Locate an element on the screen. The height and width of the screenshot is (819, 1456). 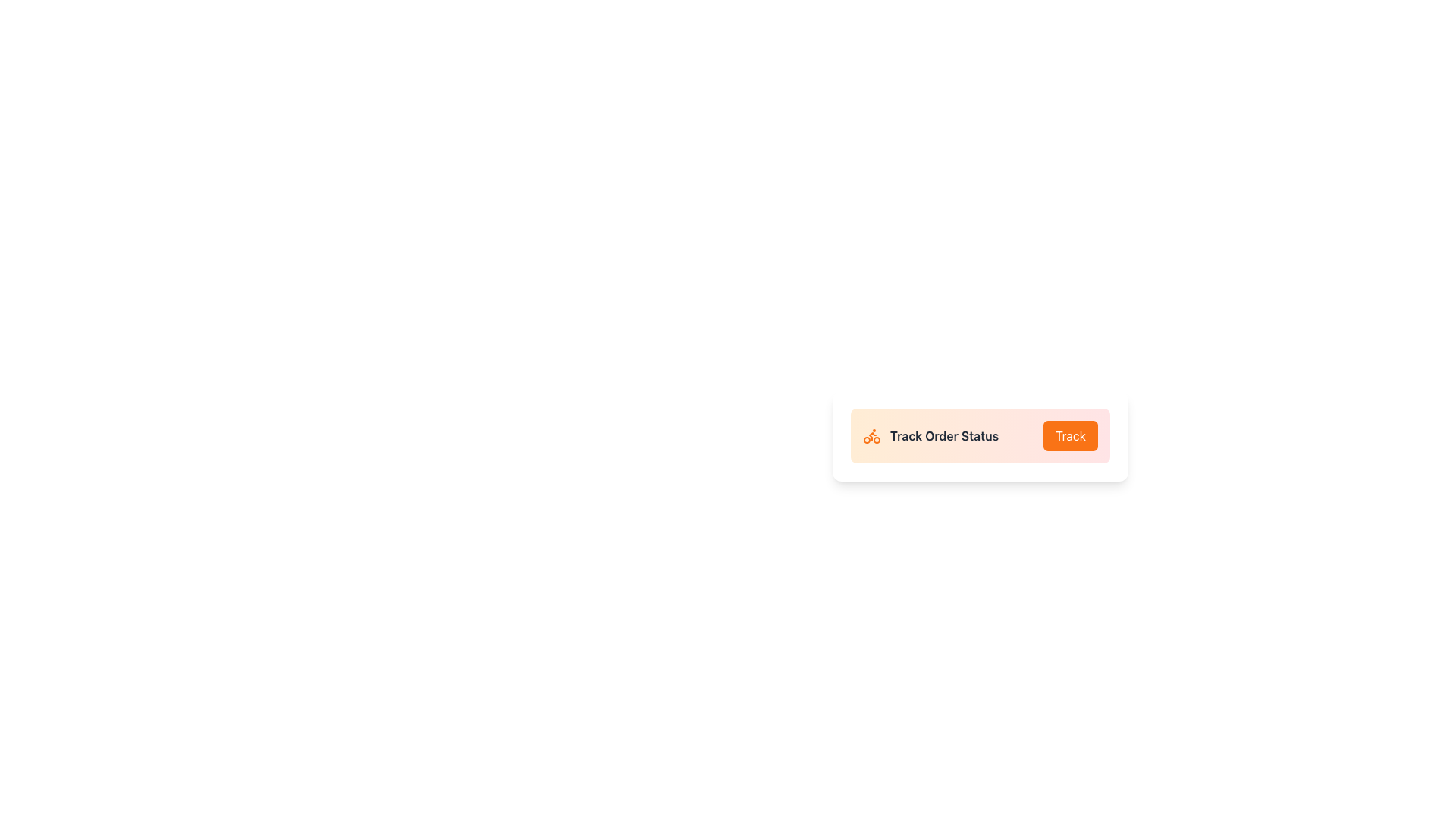
the Text Label that indicates it is related to tracking the order status, located within the panel to the left of the 'Track' button is located at coordinates (930, 435).